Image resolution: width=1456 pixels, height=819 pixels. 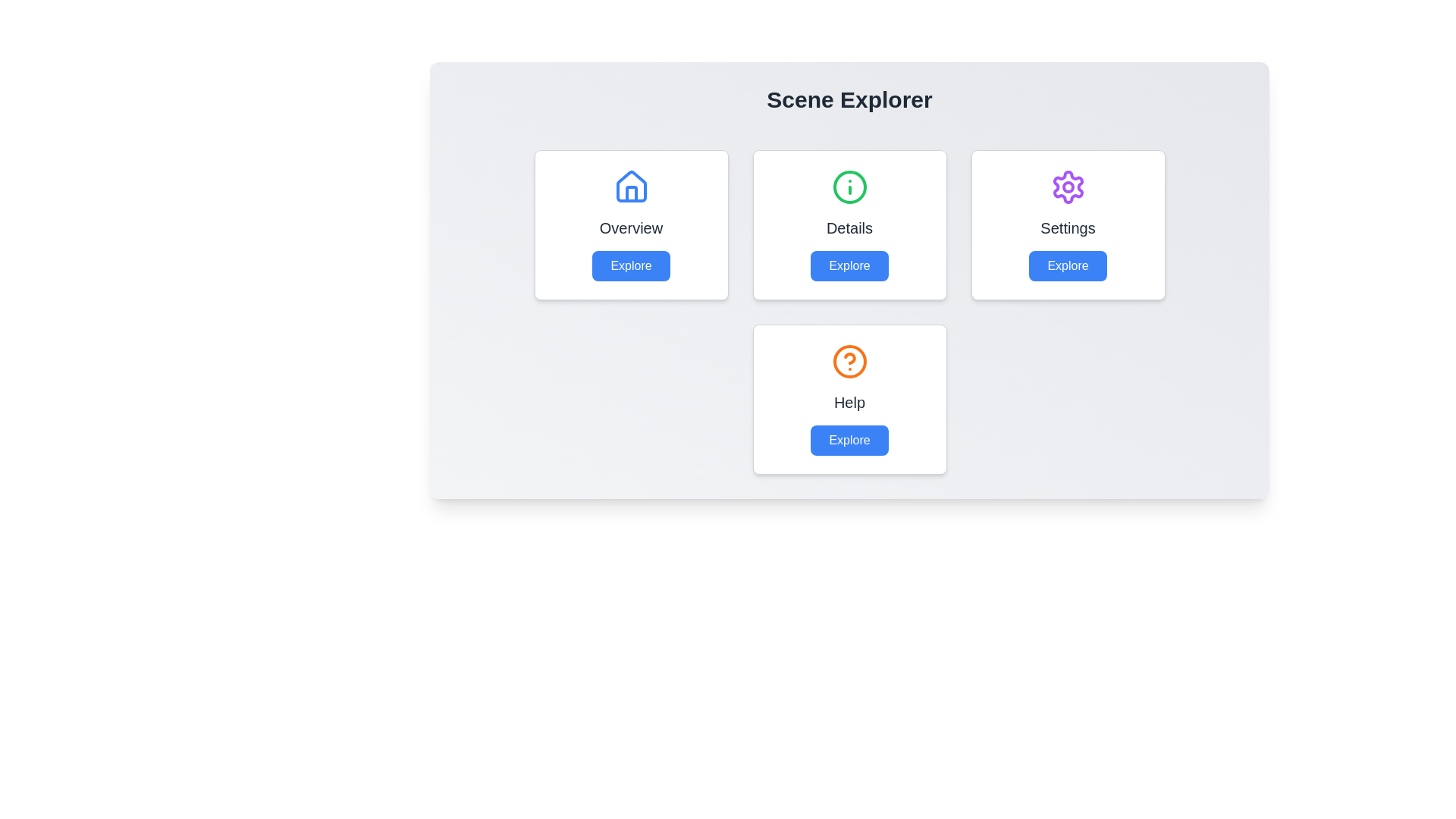 I want to click on the 'Explore' button located at the bottom of the 'Help' section within the card, which is centered below the text 'Help', so click(x=849, y=441).